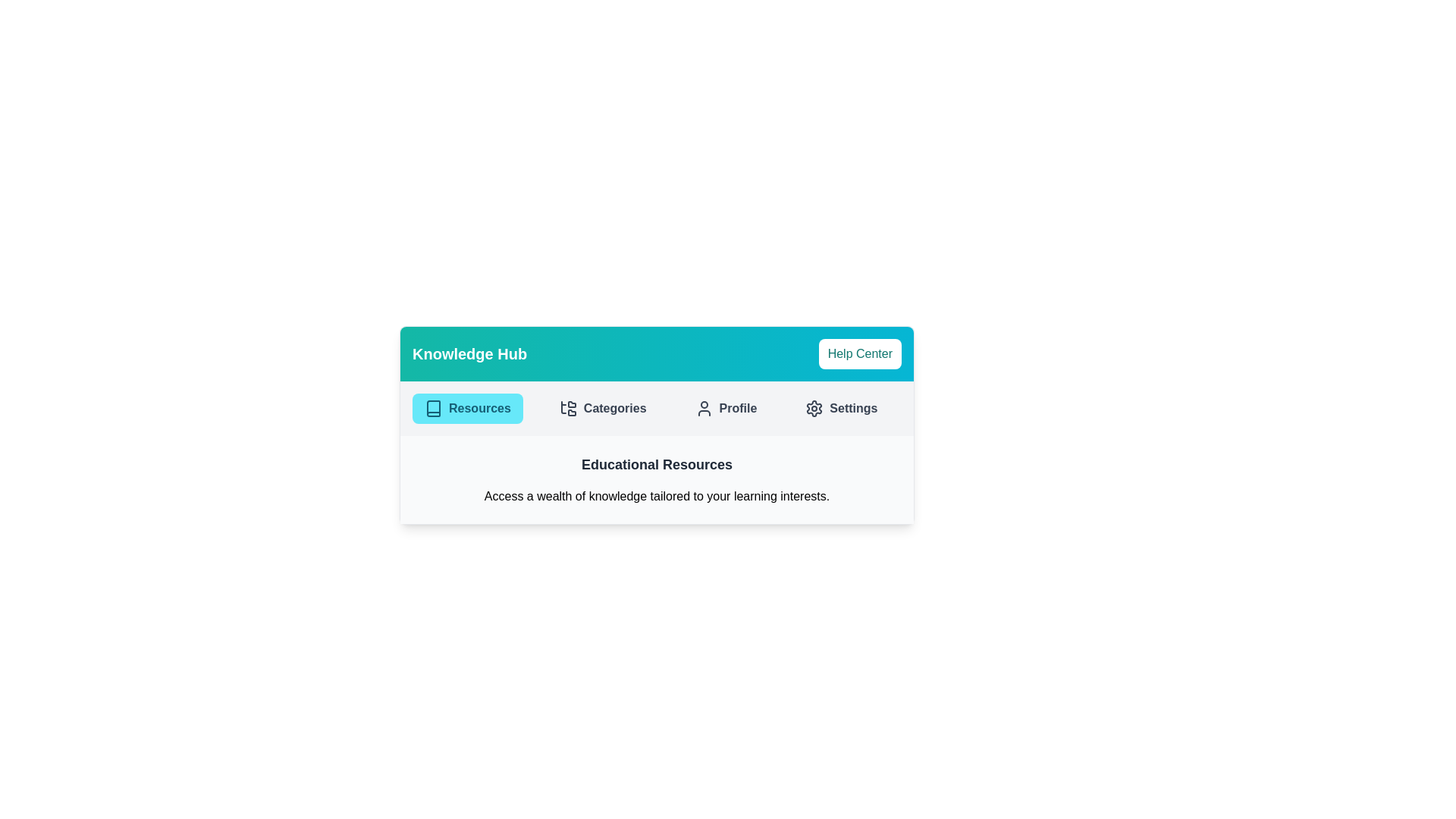 The image size is (1456, 819). I want to click on the 'Resources' icon located to the left of the 'Resources' text within the 'Resources' button, so click(432, 408).